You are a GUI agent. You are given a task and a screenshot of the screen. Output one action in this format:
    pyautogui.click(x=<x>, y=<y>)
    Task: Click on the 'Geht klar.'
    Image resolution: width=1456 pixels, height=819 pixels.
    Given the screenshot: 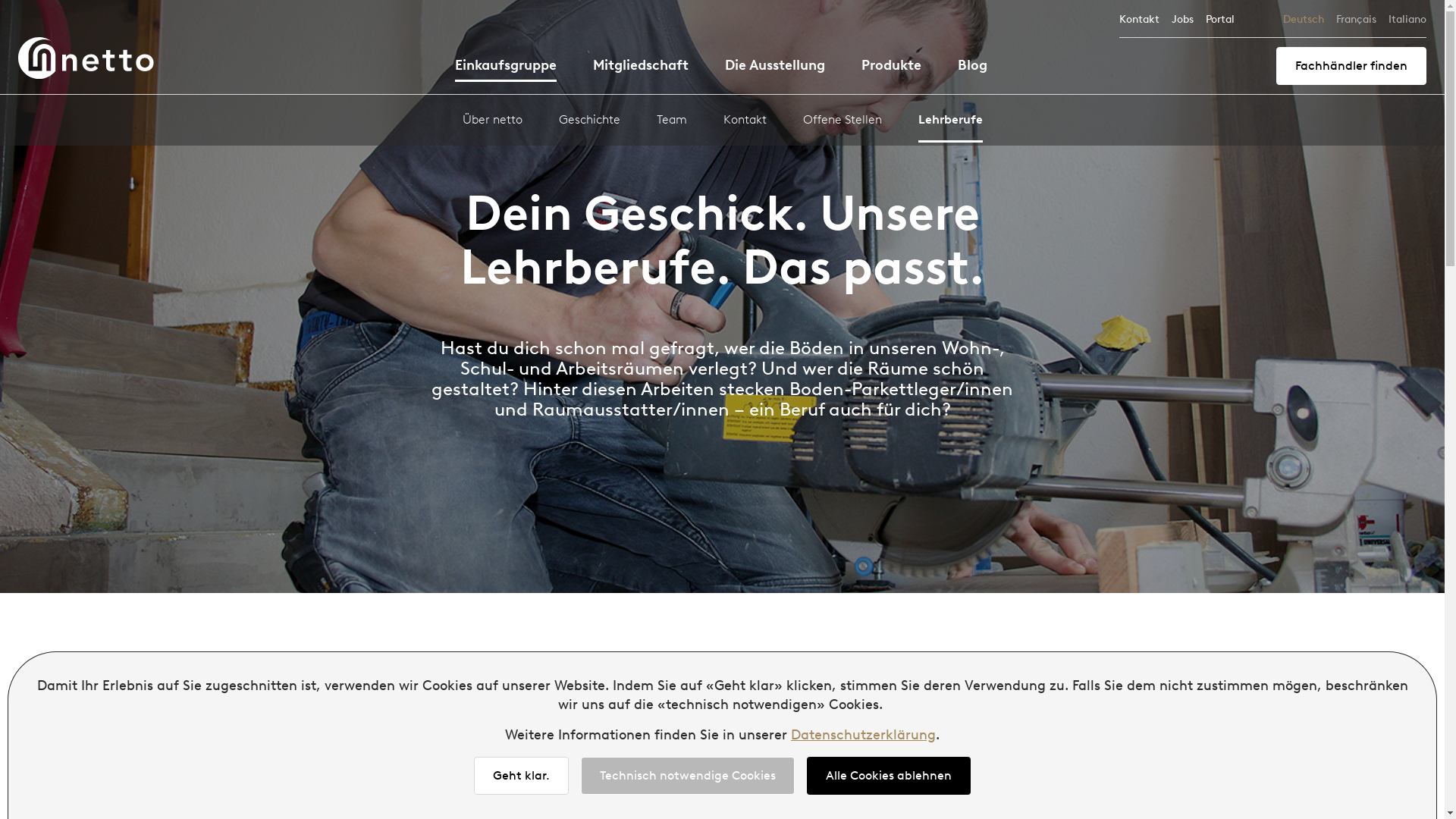 What is the action you would take?
    pyautogui.click(x=521, y=775)
    